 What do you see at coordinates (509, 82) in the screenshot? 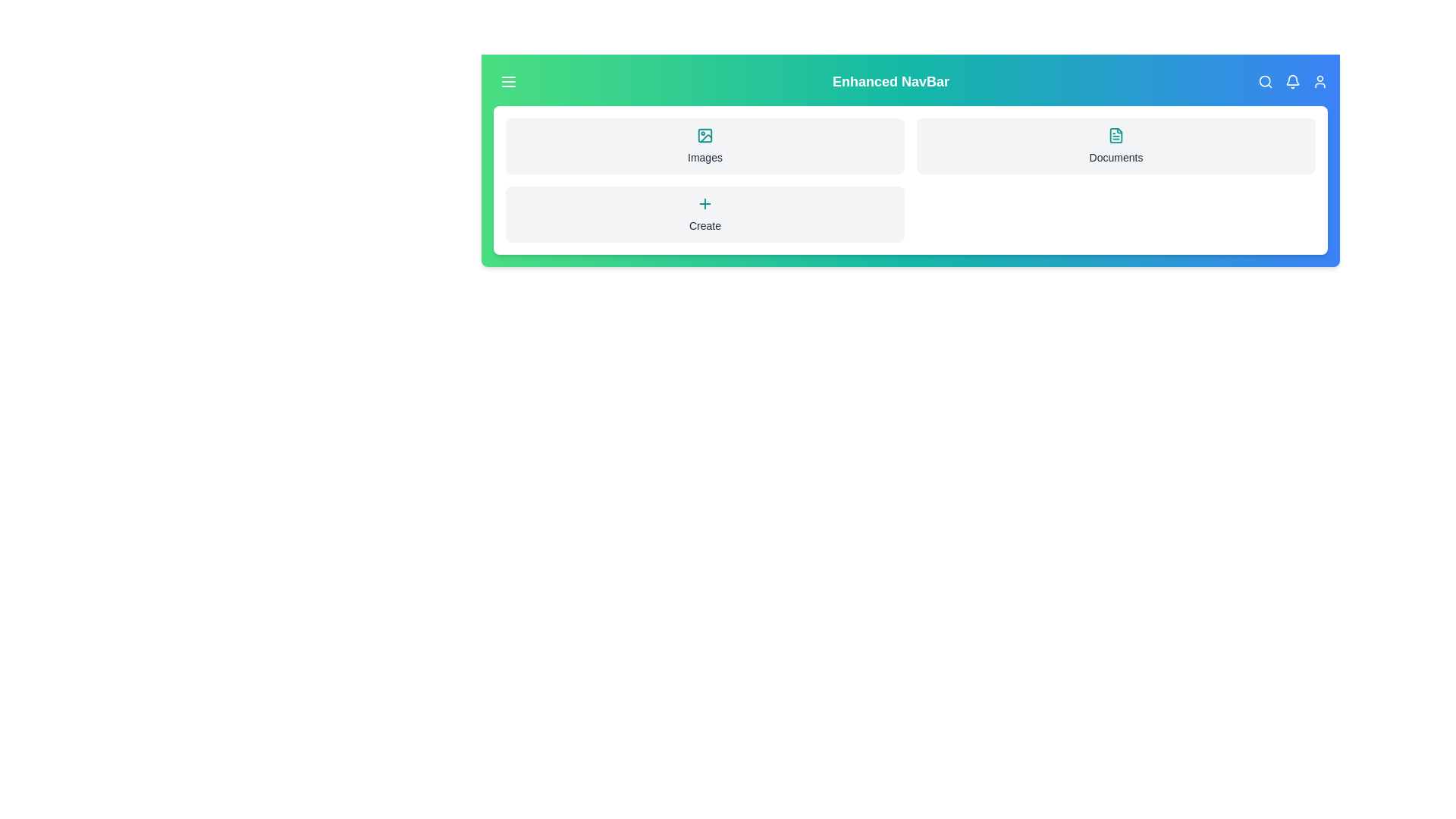
I see `the menu toggle button to toggle the menu visibility` at bounding box center [509, 82].